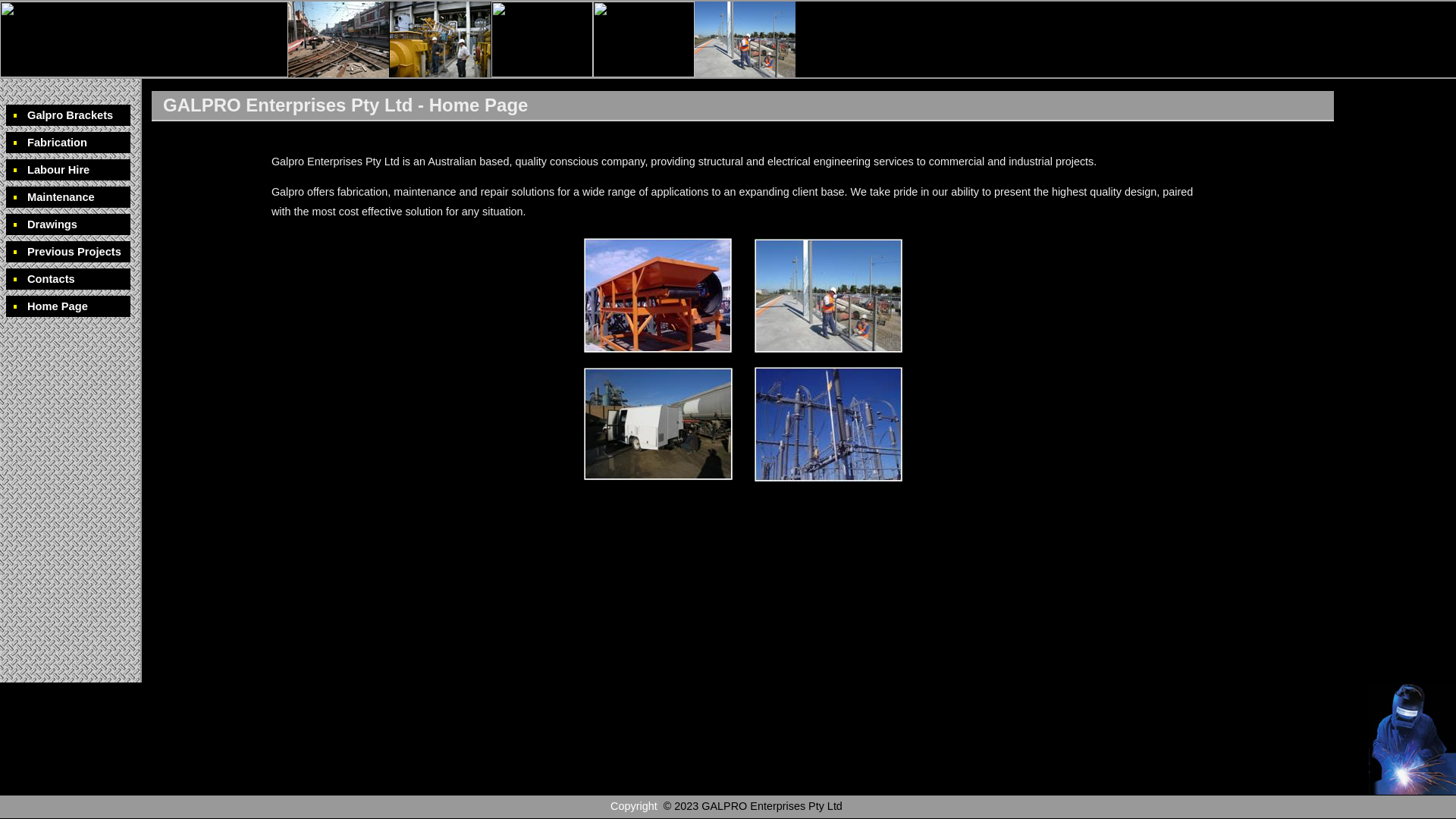  I want to click on 'Labour Hire', so click(67, 169).